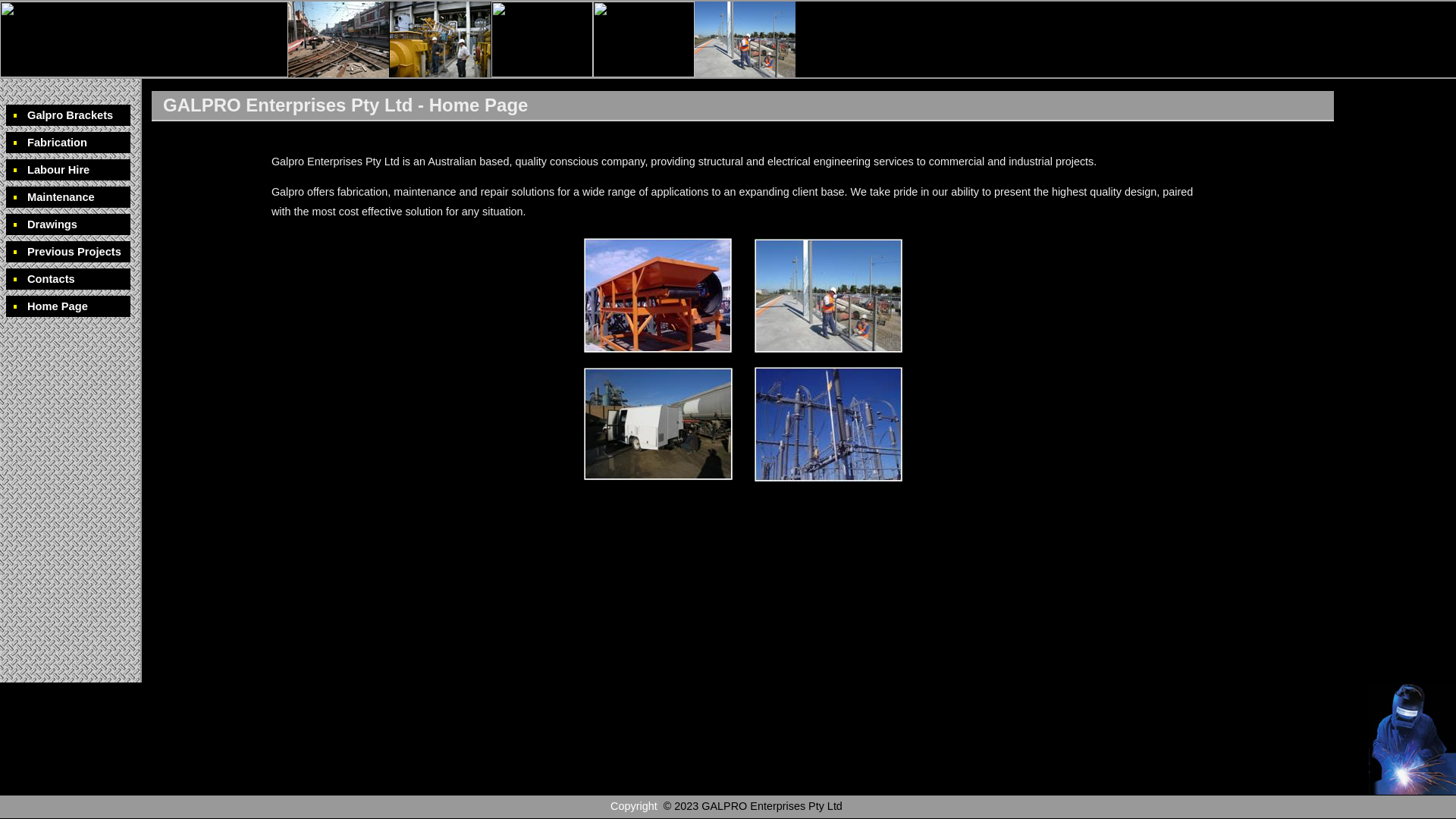  I want to click on 'Labour Hire', so click(67, 169).